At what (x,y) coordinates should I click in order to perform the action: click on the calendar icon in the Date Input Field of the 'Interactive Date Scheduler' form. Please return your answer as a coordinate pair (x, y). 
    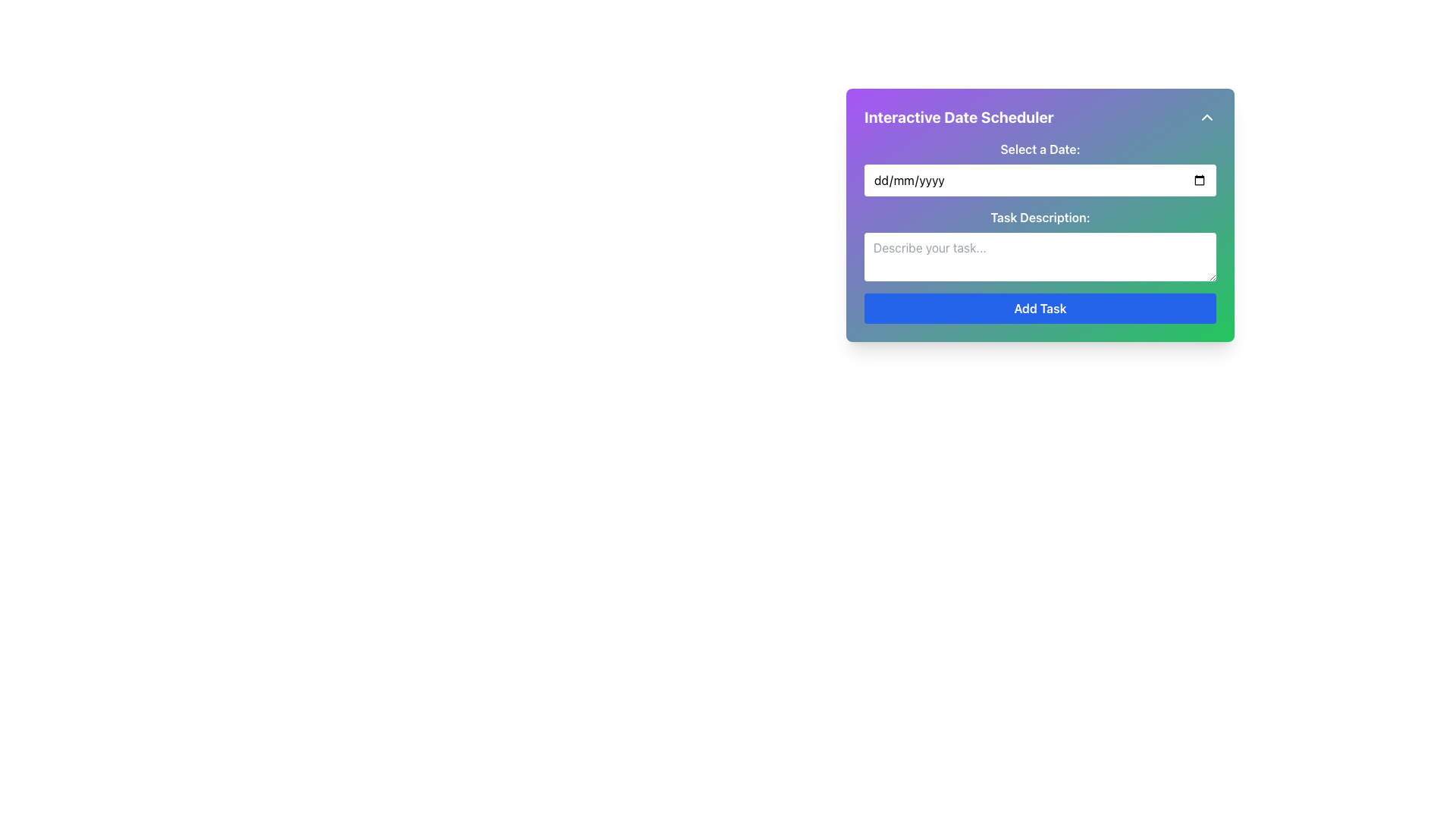
    Looking at the image, I should click on (1040, 168).